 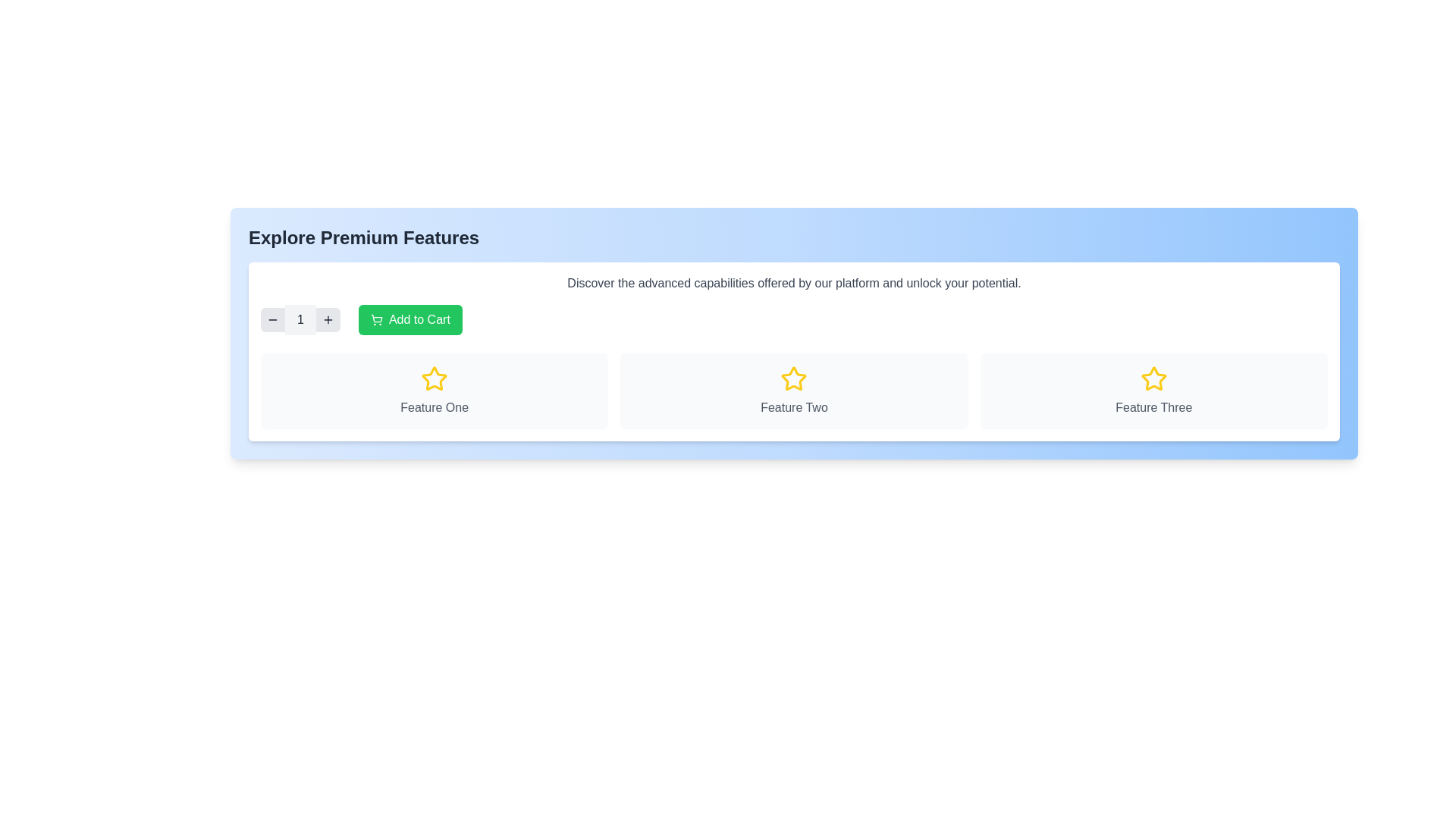 What do you see at coordinates (376, 318) in the screenshot?
I see `the shopping cart icon embedded in the 'Add to Cart' button, which has a green background and white cart graphics with circular wheels` at bounding box center [376, 318].